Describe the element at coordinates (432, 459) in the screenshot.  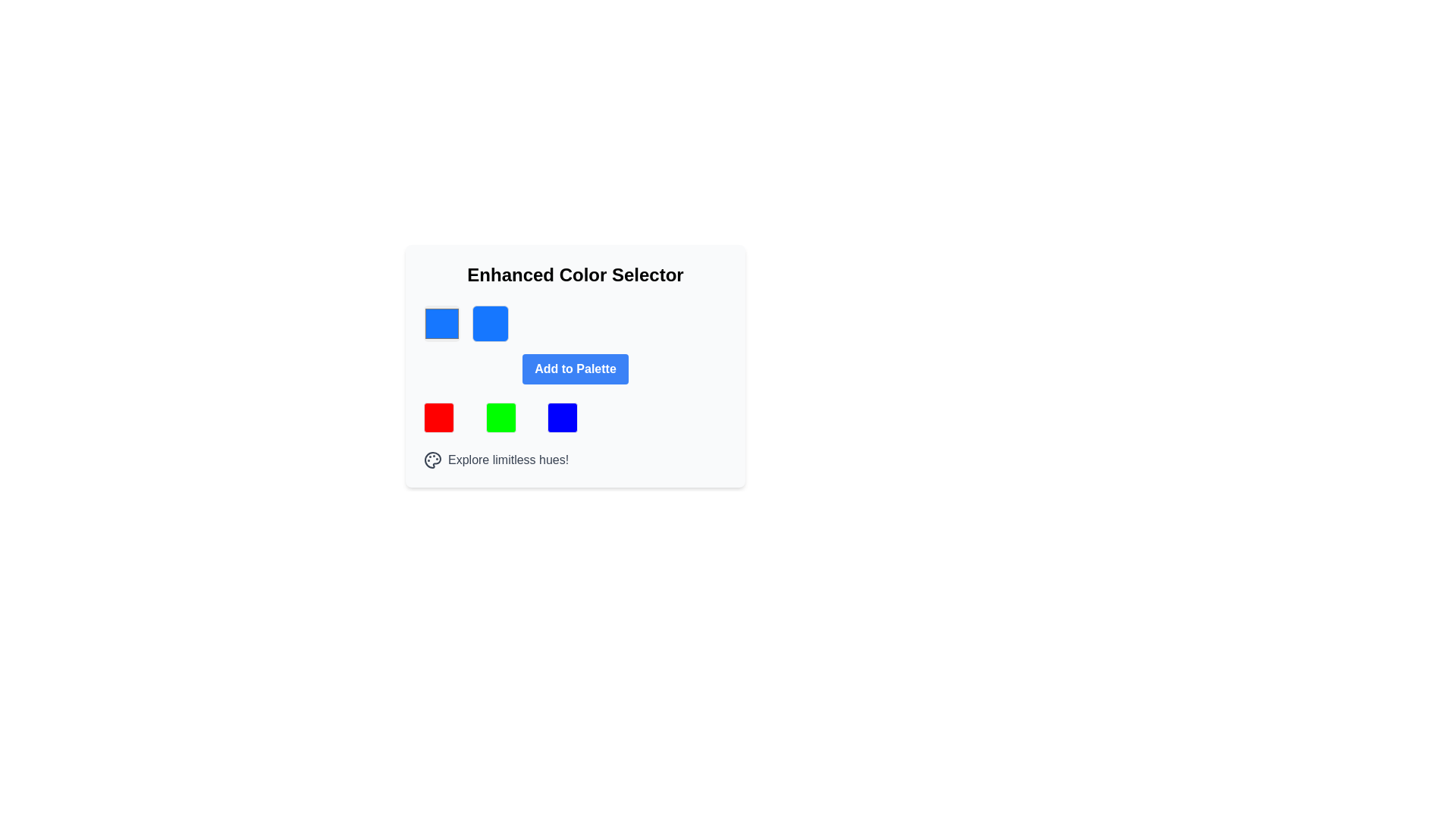
I see `the palette icon base located at the bottom-left corner of the interface, which is distinguished by its semi-circular shape and small circular areas representing paint colors` at that location.